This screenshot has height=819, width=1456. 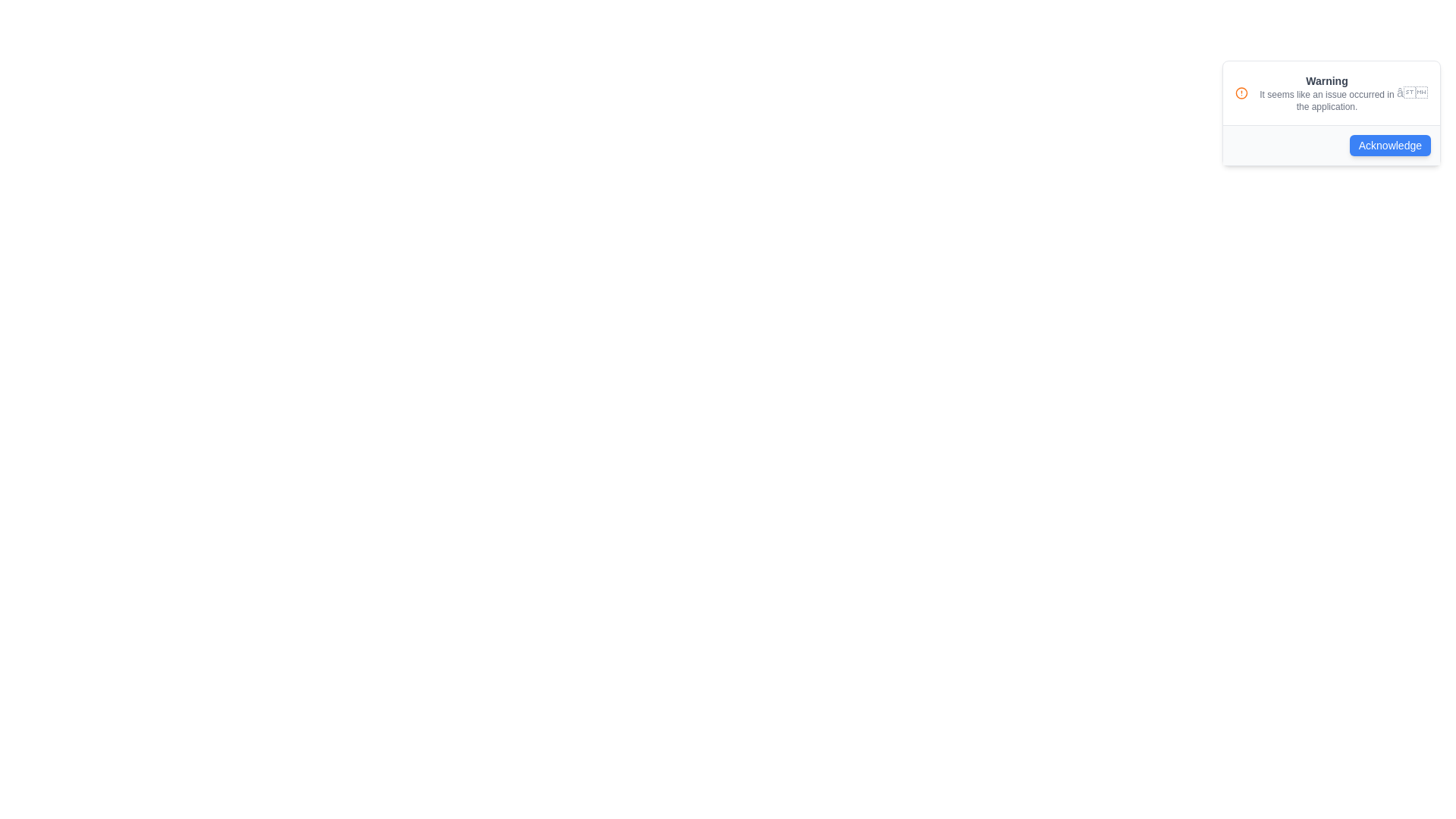 I want to click on the static text element located below the 'Warning' text in the notification panel, which provides additional context about the notification's purpose, so click(x=1326, y=100).